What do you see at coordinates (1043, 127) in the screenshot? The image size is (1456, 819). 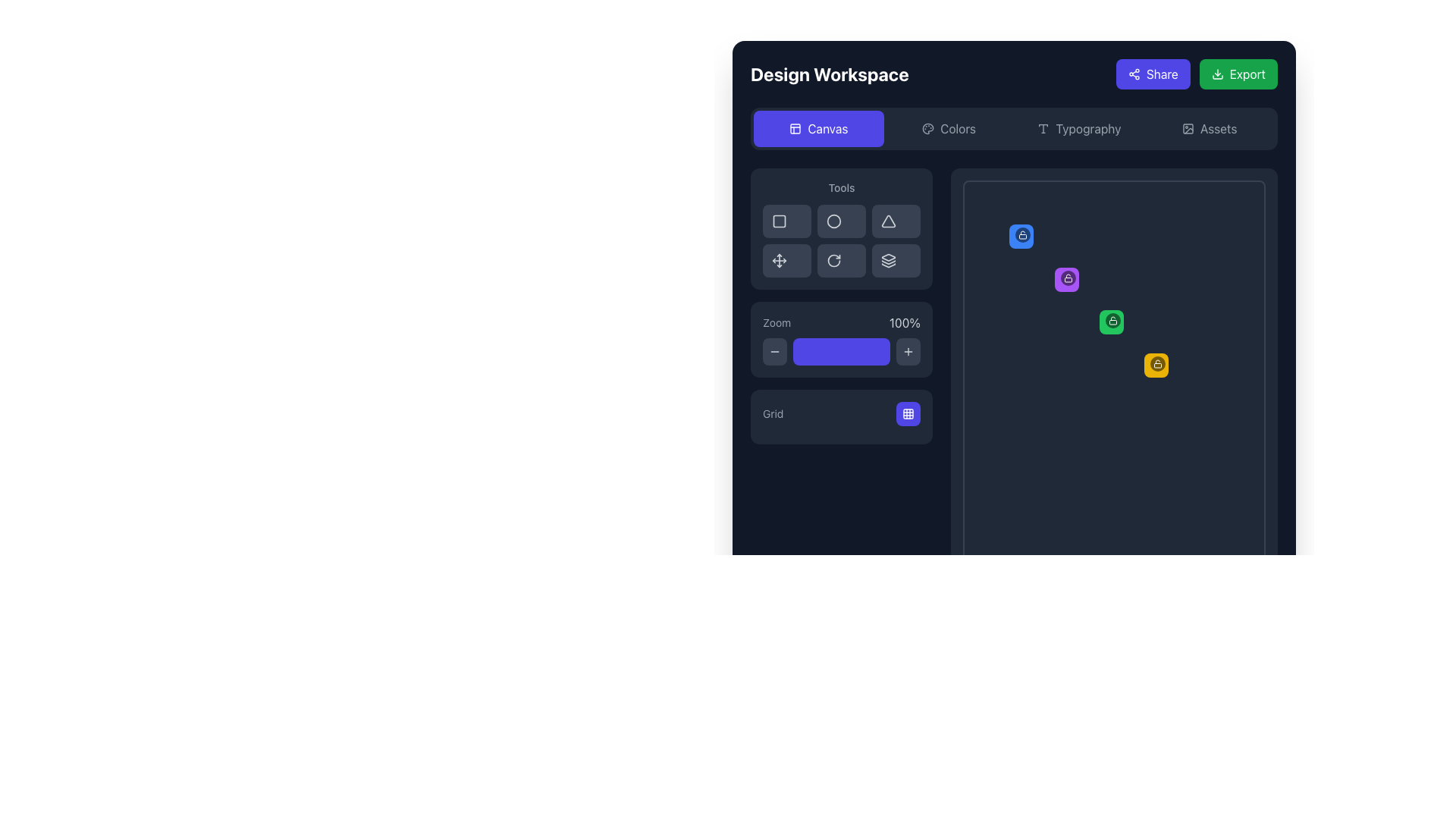 I see `the 'Typography' icon in the top menu bar` at bounding box center [1043, 127].